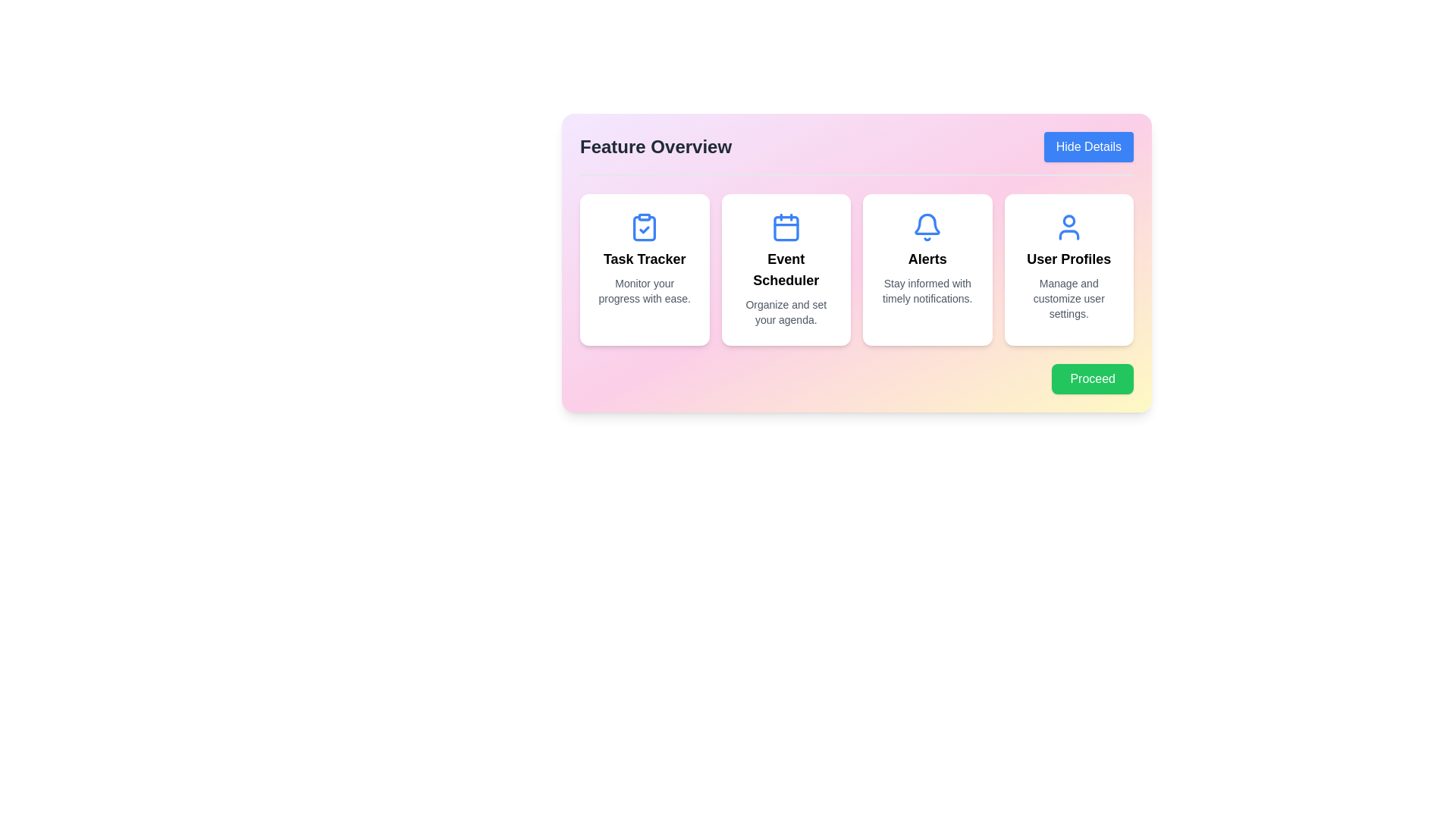 The height and width of the screenshot is (819, 1456). I want to click on the SVG rectangle that is part of the blue-outlined calendar icon in the 'Event Scheduler' card, located in the second position from the left in the feature overview section, so click(786, 228).